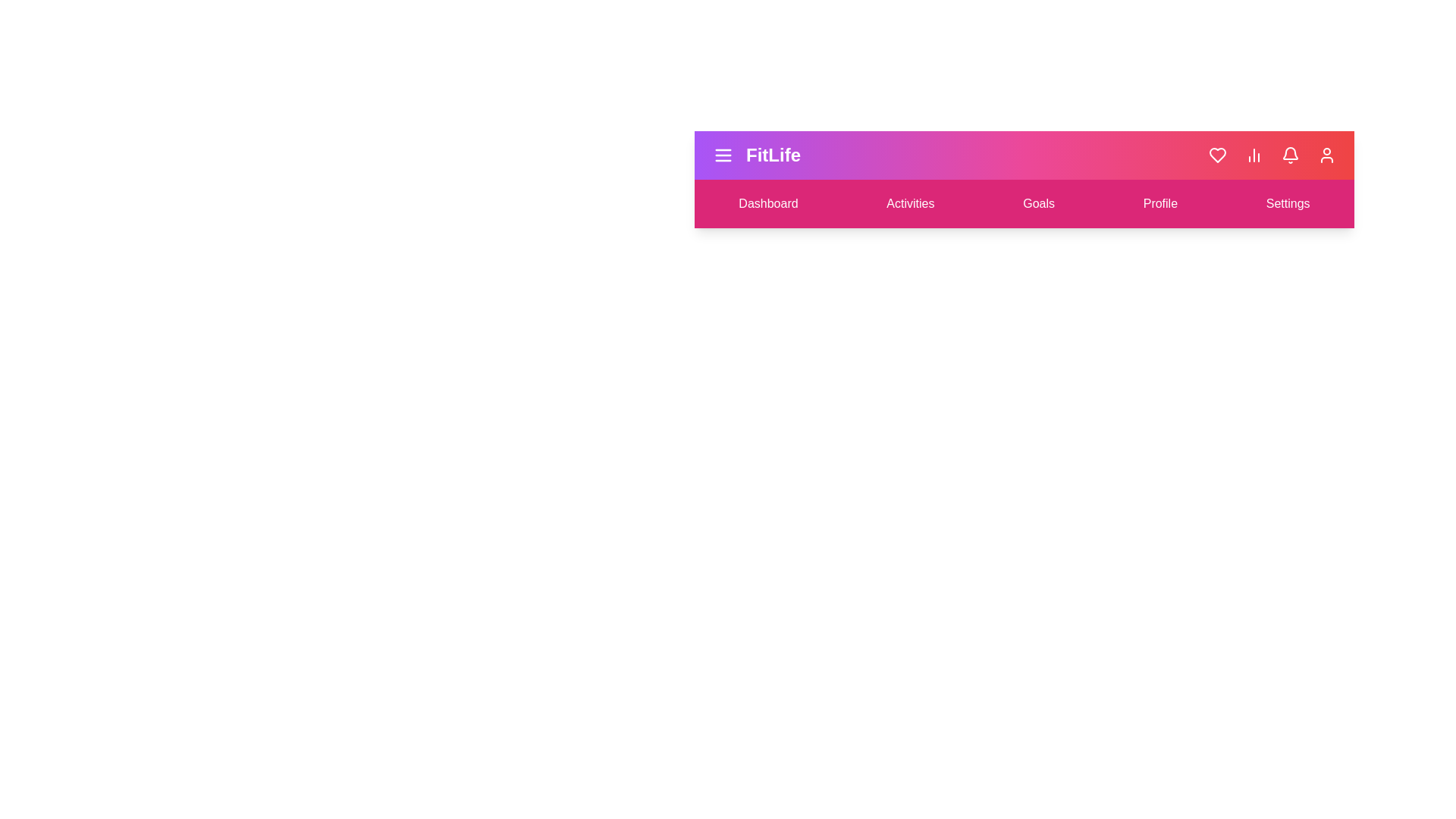 This screenshot has height=819, width=1456. Describe the element at coordinates (910, 203) in the screenshot. I see `the menu item corresponding to Activities` at that location.